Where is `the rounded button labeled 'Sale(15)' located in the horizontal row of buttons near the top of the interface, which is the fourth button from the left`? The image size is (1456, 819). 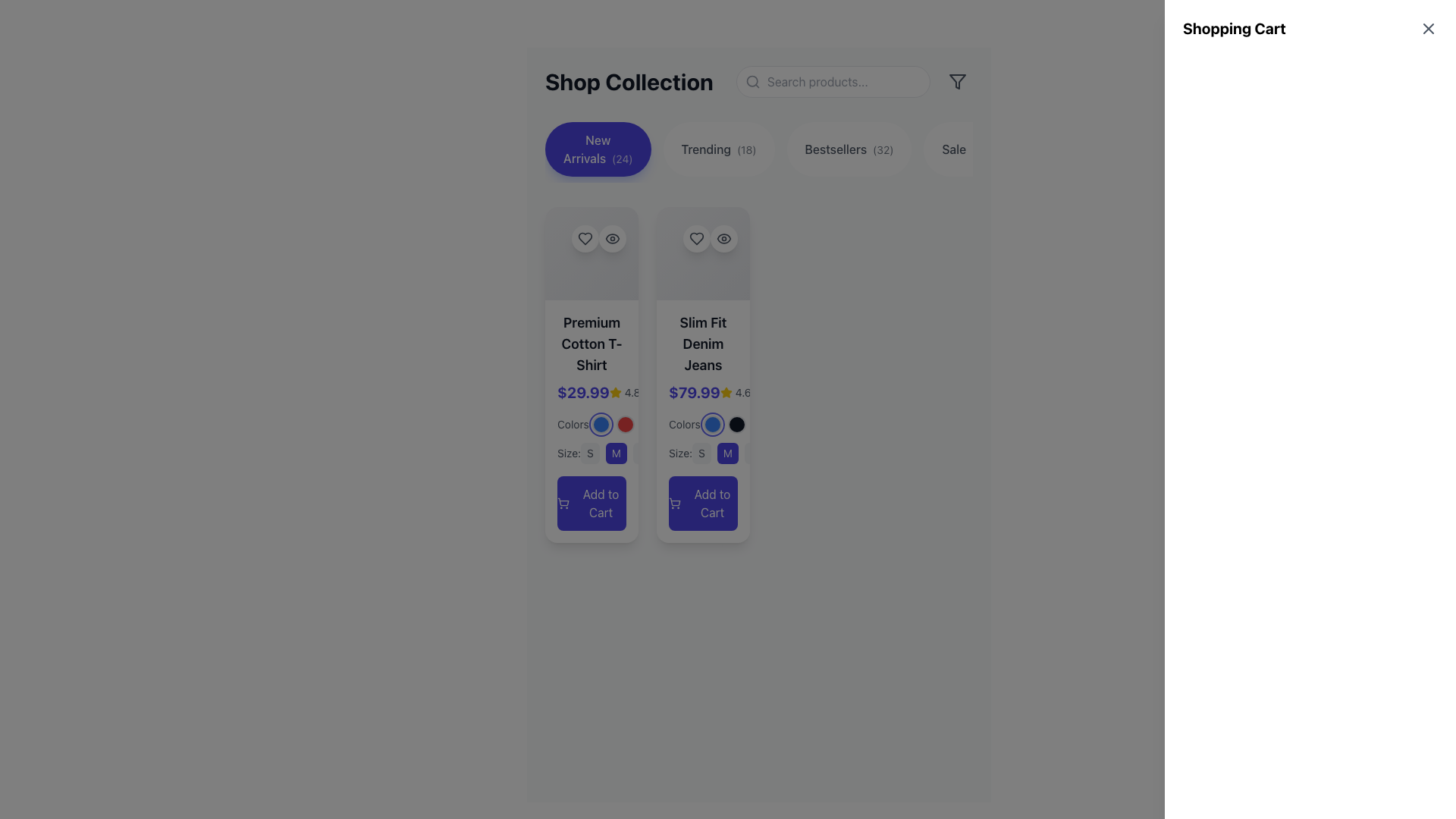 the rounded button labeled 'Sale(15)' located in the horizontal row of buttons near the top of the interface, which is the fourth button from the left is located at coordinates (965, 149).